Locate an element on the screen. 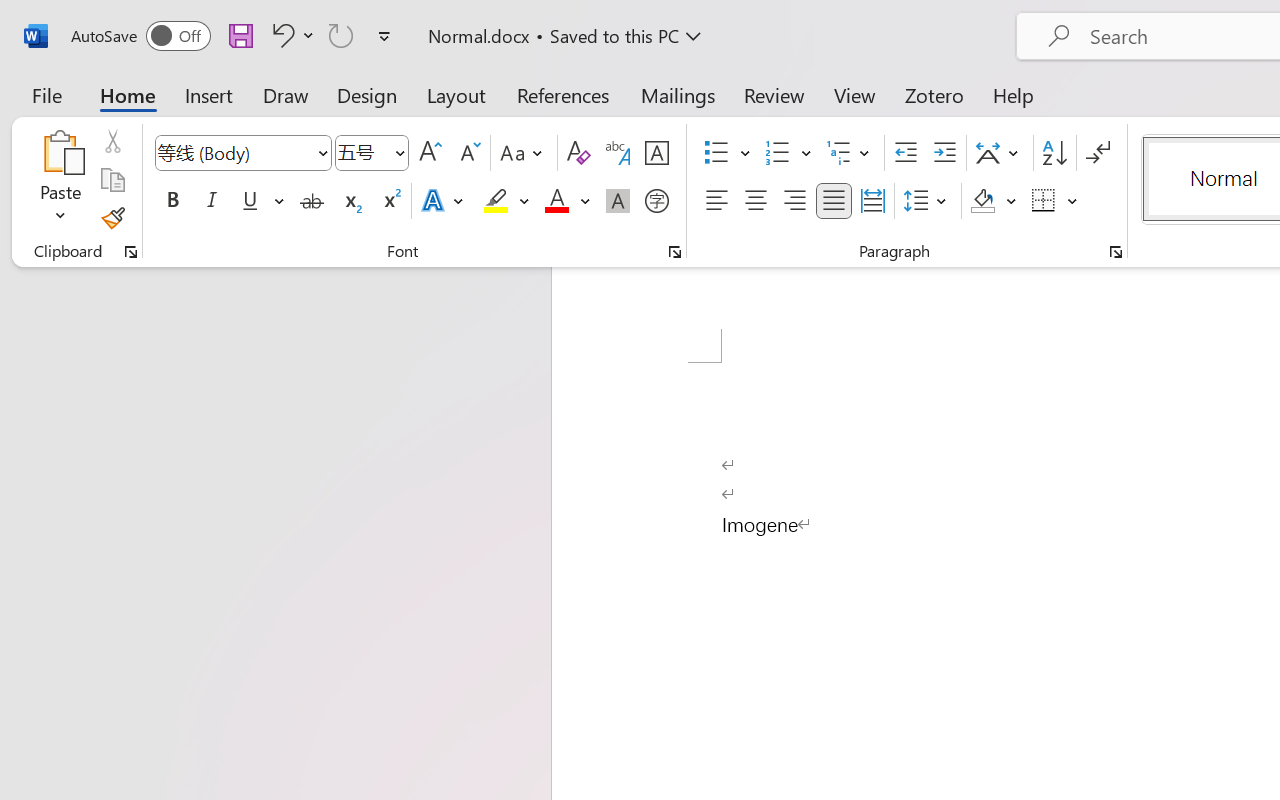  'Font Color' is located at coordinates (566, 201).